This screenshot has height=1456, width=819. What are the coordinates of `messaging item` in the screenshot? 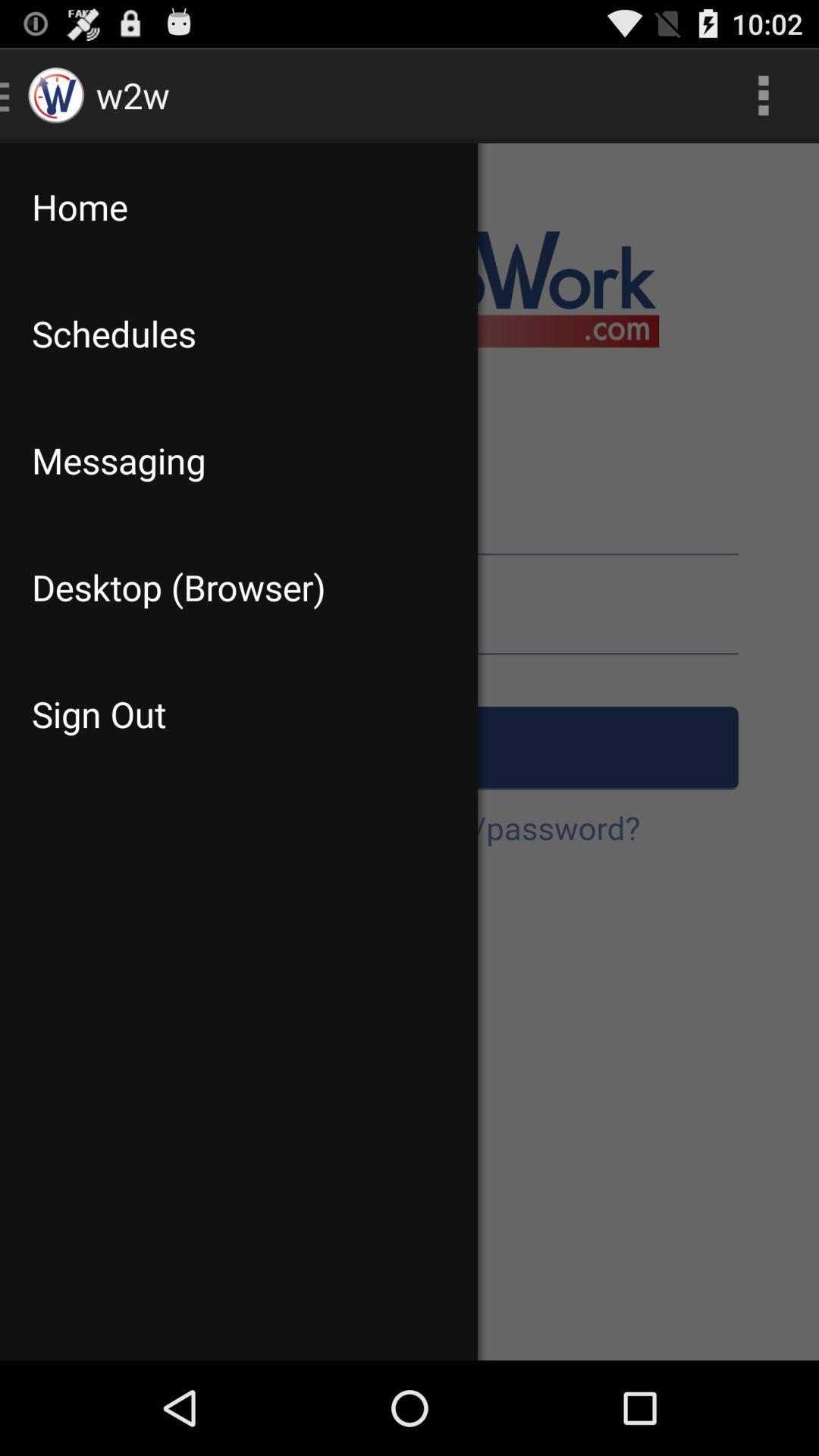 It's located at (239, 460).